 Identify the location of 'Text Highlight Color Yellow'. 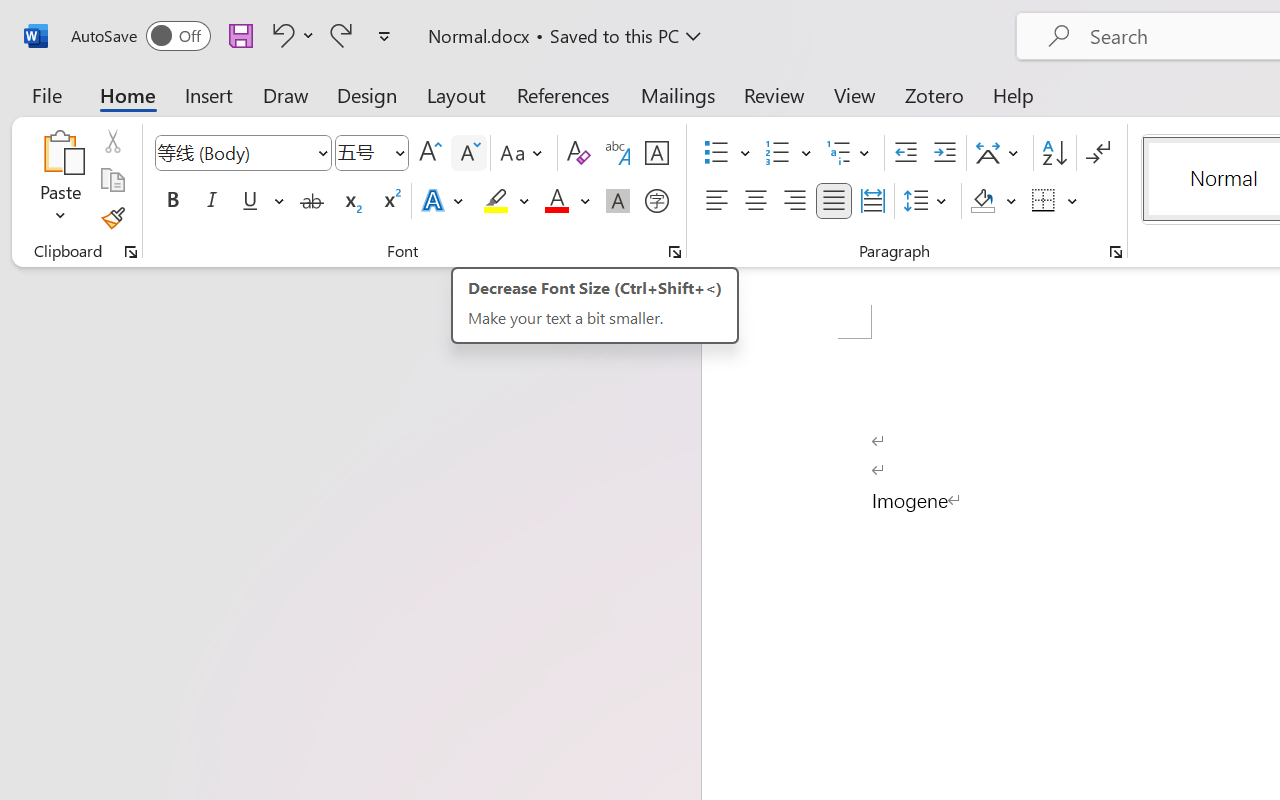
(496, 201).